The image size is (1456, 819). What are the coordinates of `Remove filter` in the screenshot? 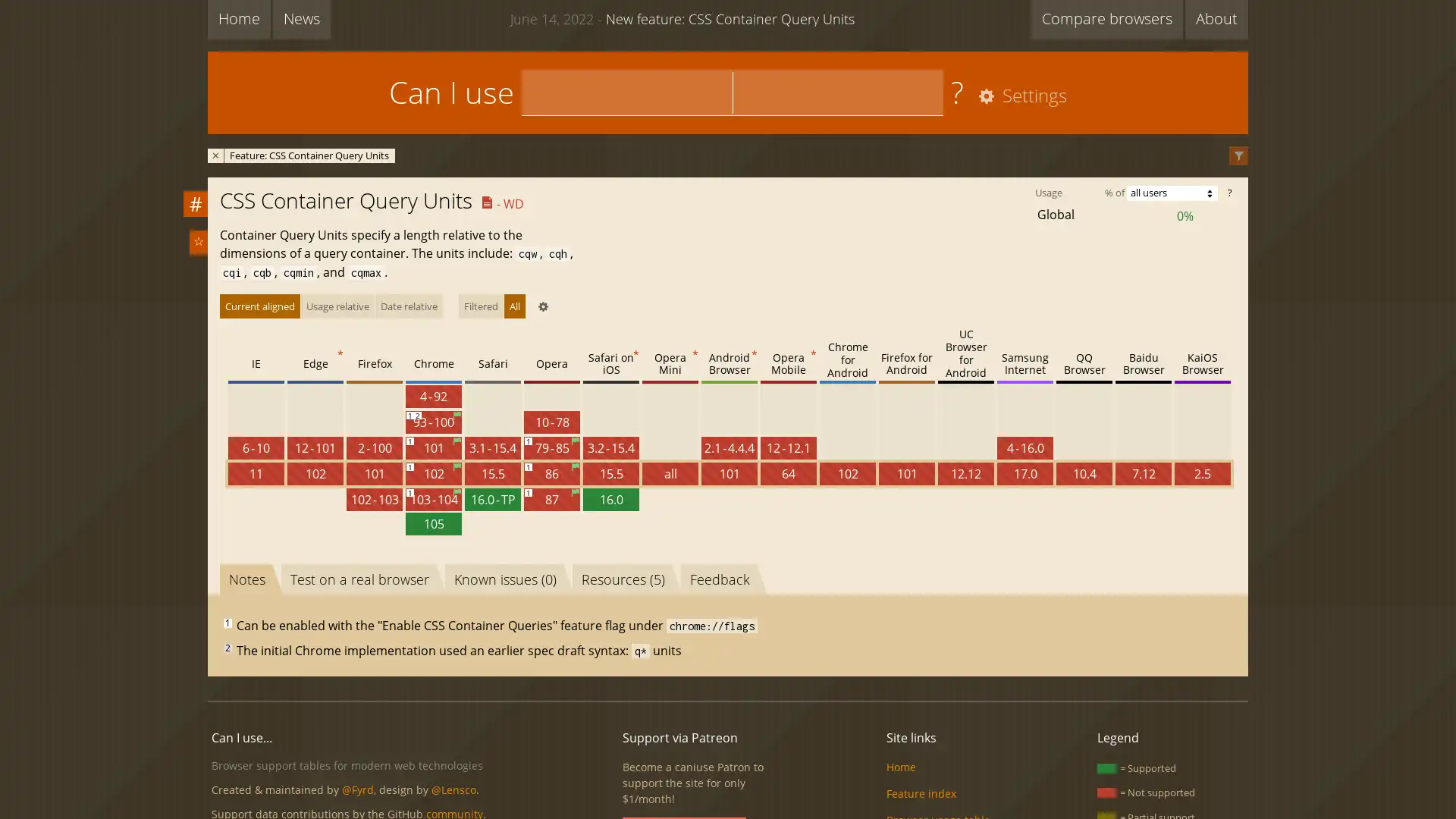 It's located at (215, 155).